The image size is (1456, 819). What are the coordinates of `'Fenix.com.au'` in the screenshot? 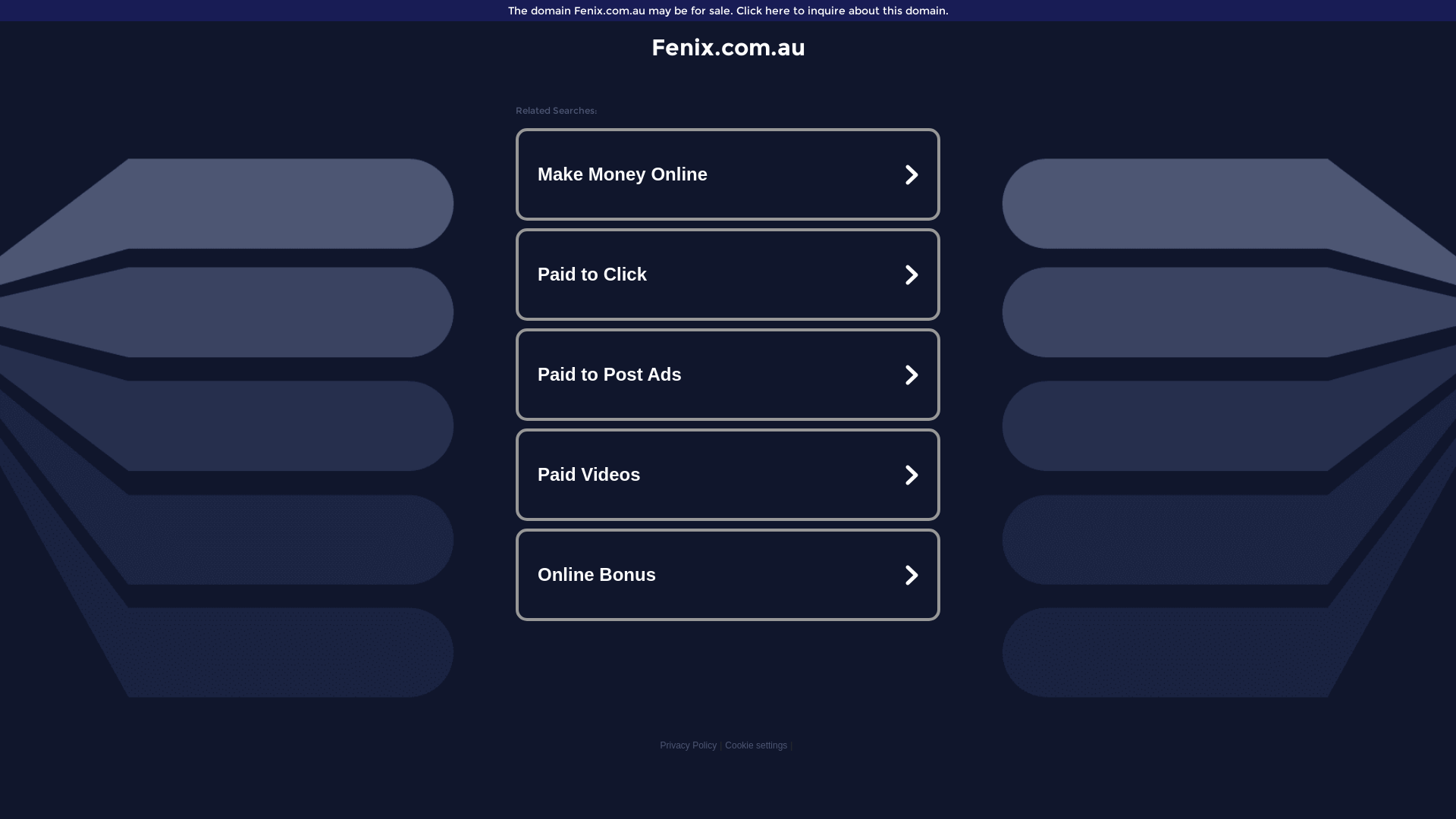 It's located at (726, 46).